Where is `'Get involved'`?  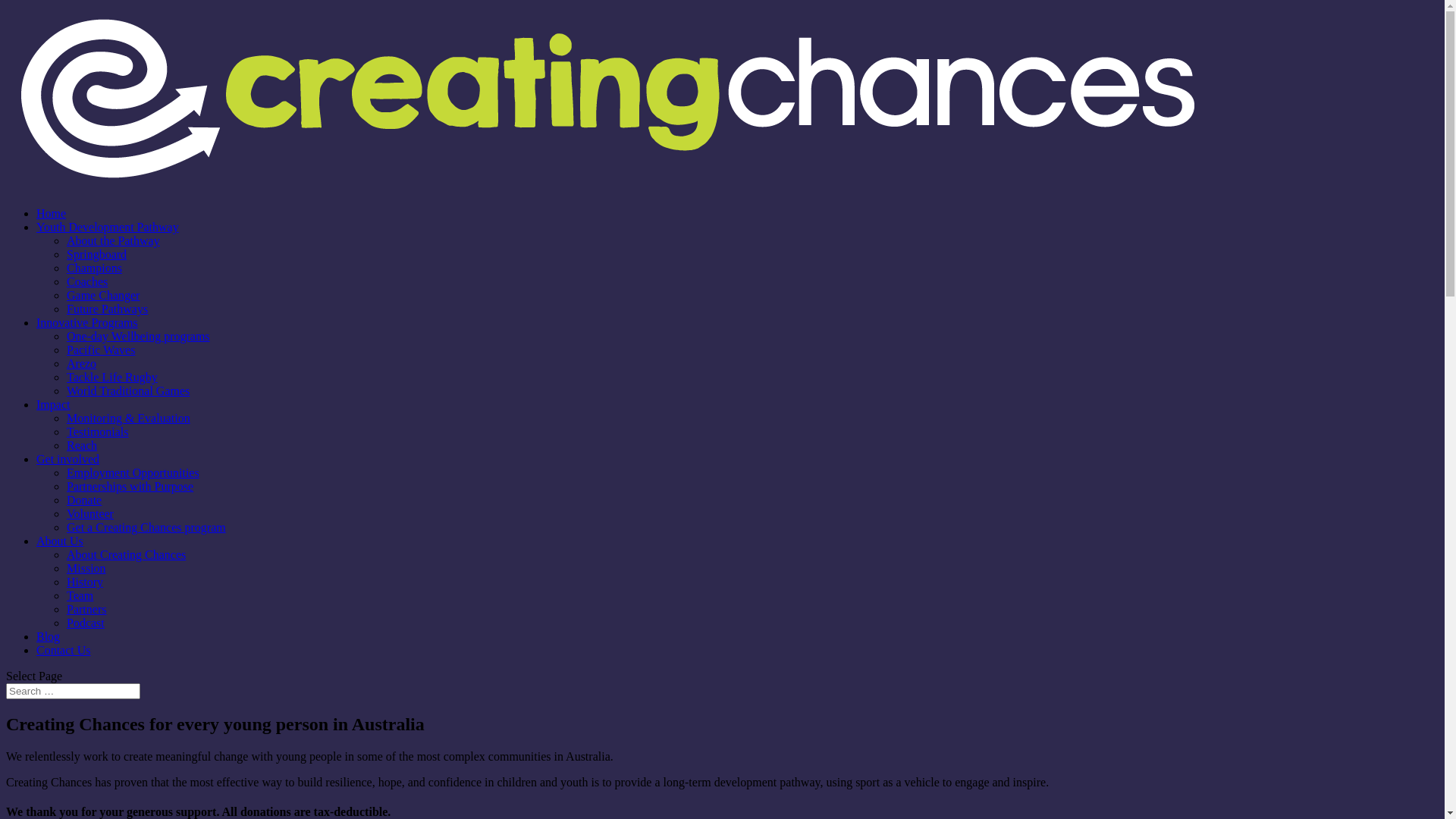 'Get involved' is located at coordinates (67, 458).